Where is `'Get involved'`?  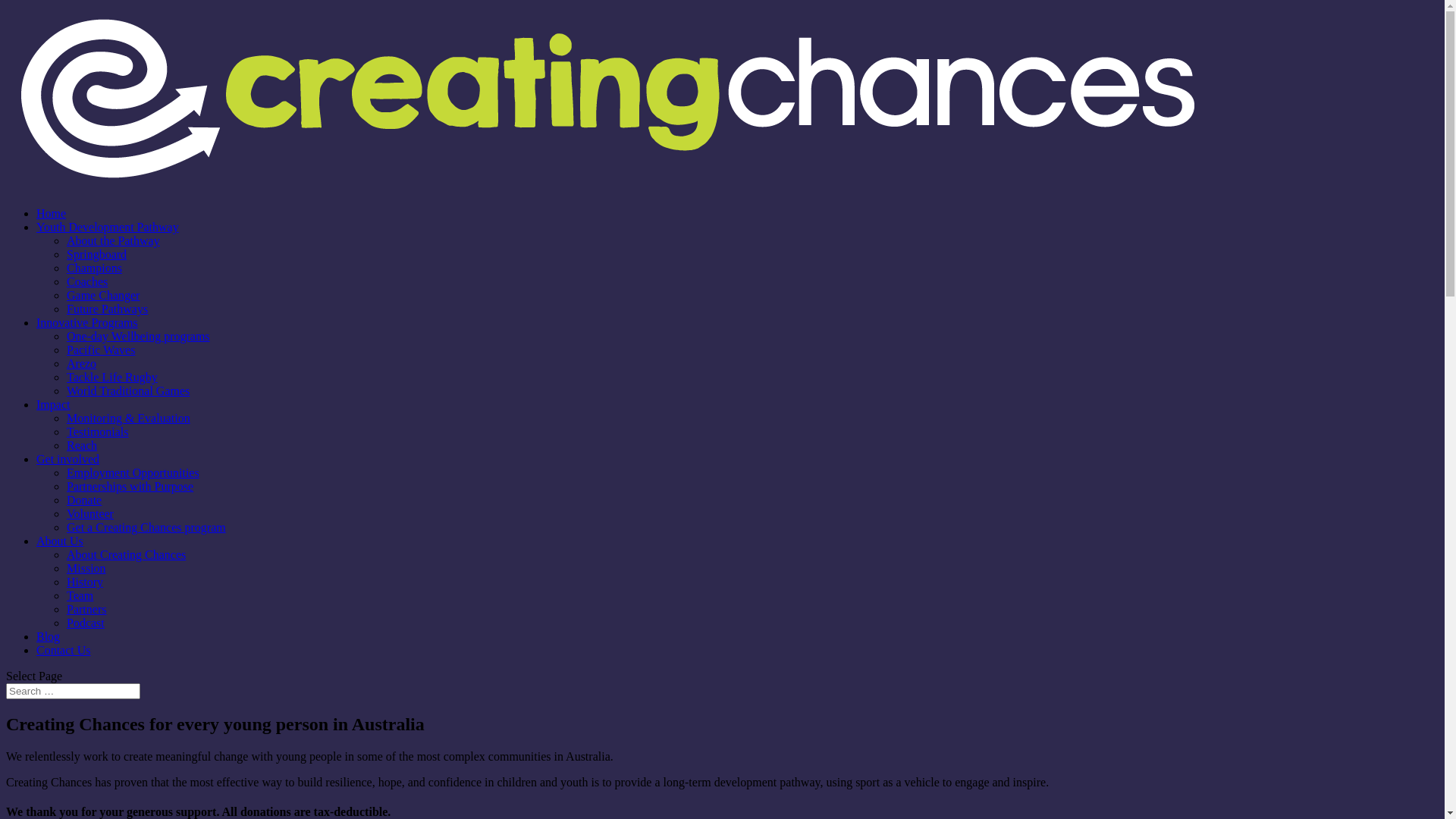 'Get involved' is located at coordinates (67, 458).